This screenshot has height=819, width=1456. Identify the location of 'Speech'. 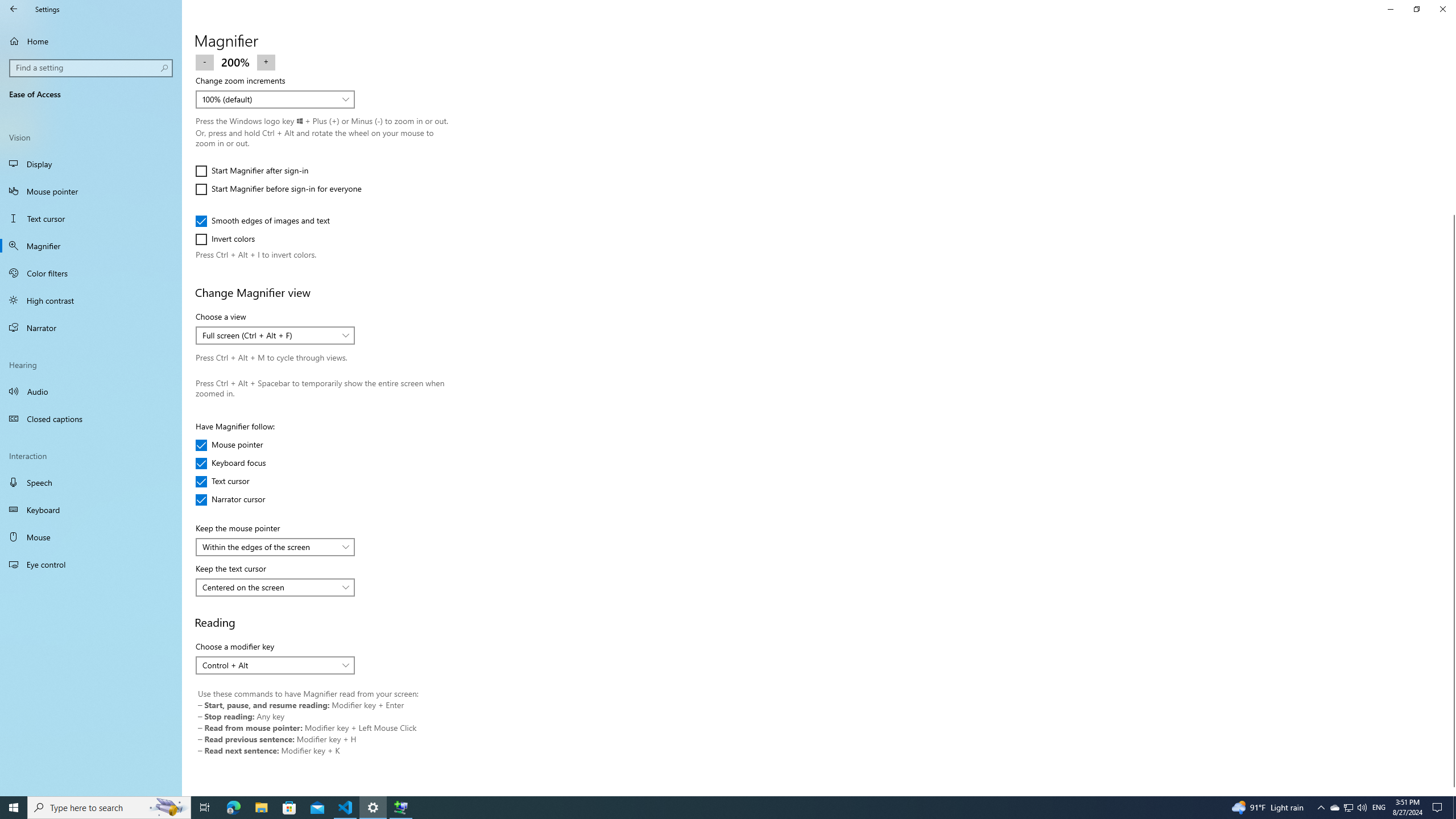
(90, 482).